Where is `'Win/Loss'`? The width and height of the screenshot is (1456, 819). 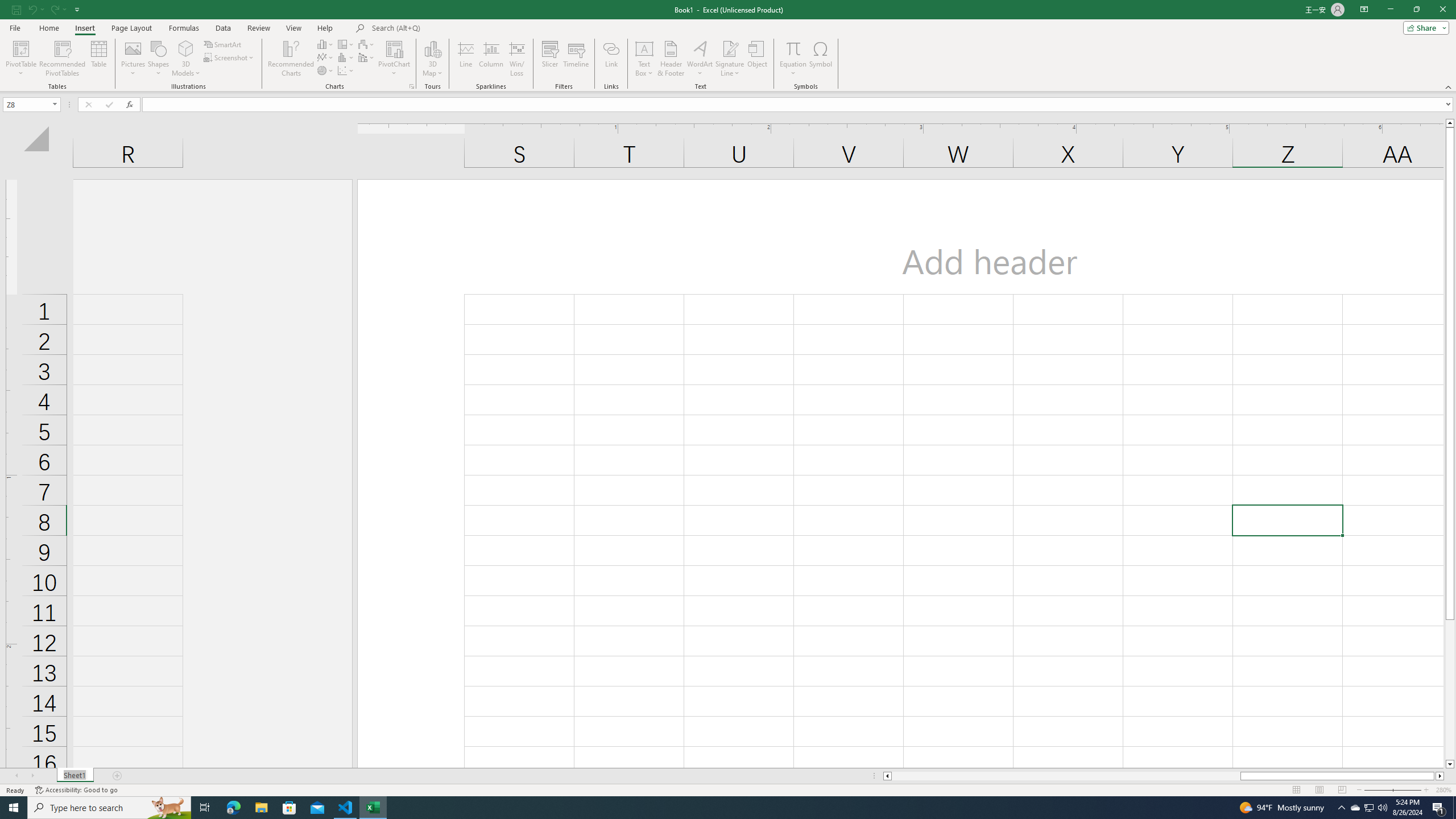 'Win/Loss' is located at coordinates (516, 59).